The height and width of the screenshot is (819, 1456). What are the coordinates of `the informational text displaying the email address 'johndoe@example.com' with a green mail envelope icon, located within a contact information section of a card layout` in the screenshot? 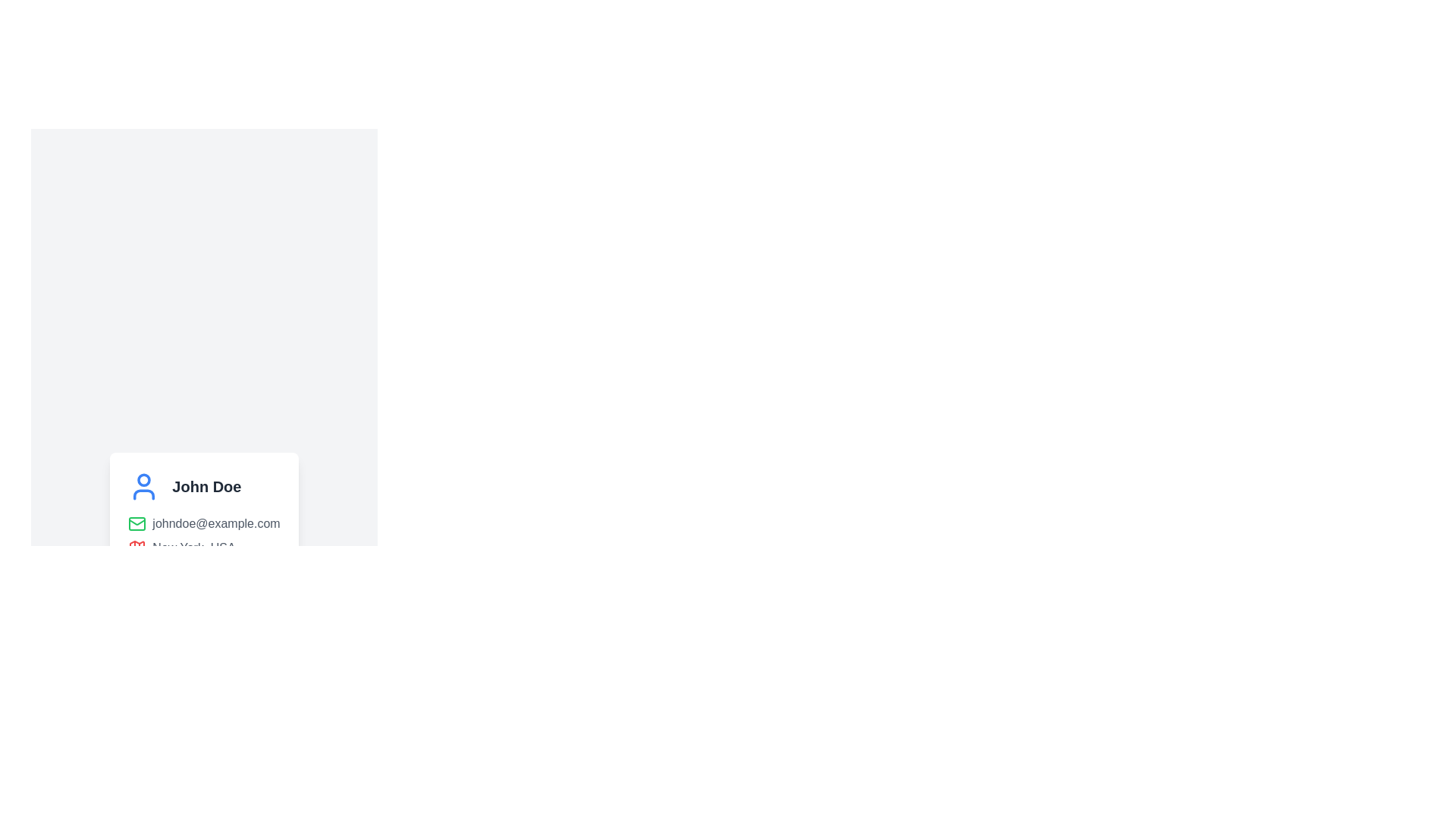 It's located at (203, 522).